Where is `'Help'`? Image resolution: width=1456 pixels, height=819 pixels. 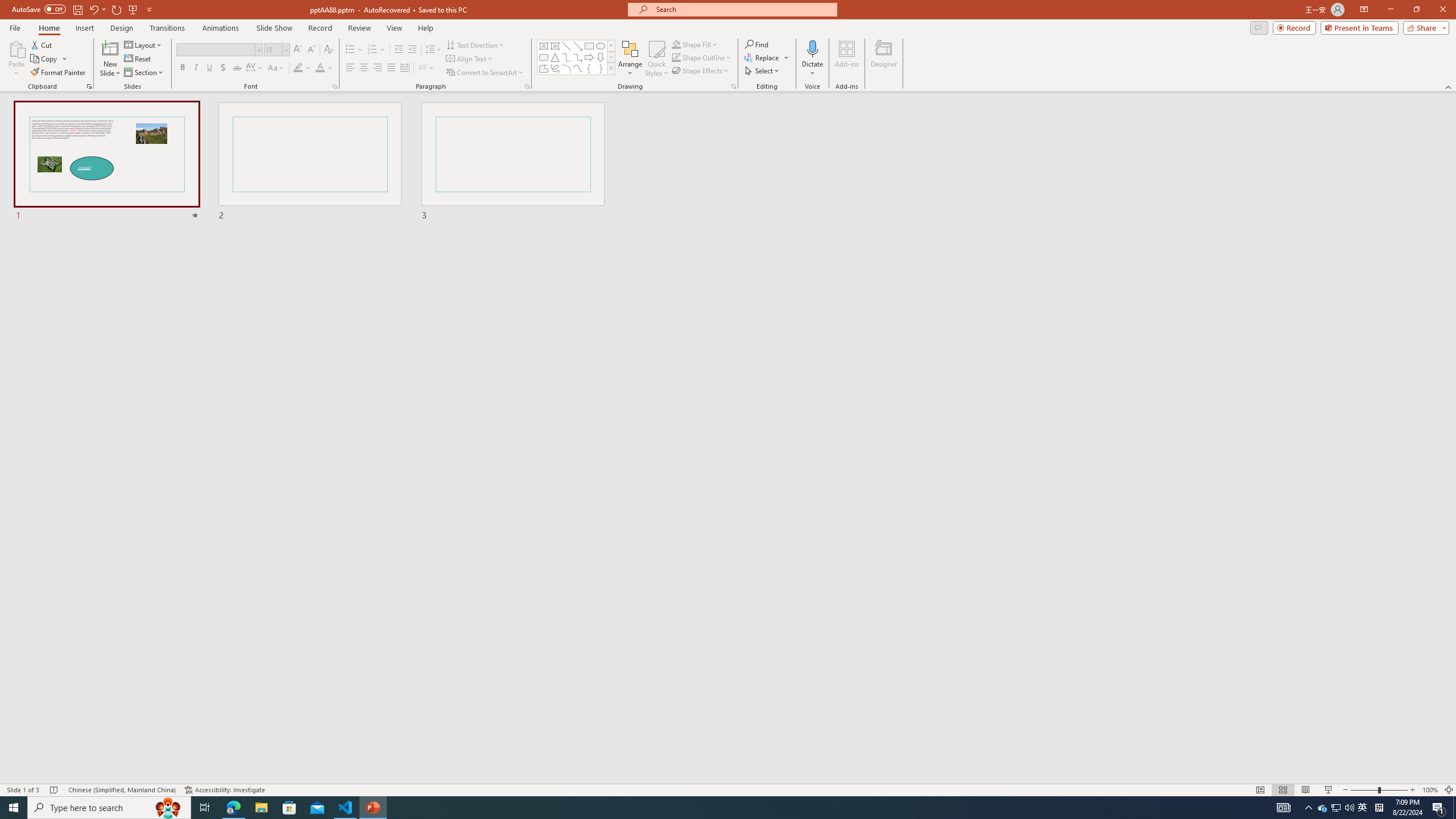 'Help' is located at coordinates (425, 28).